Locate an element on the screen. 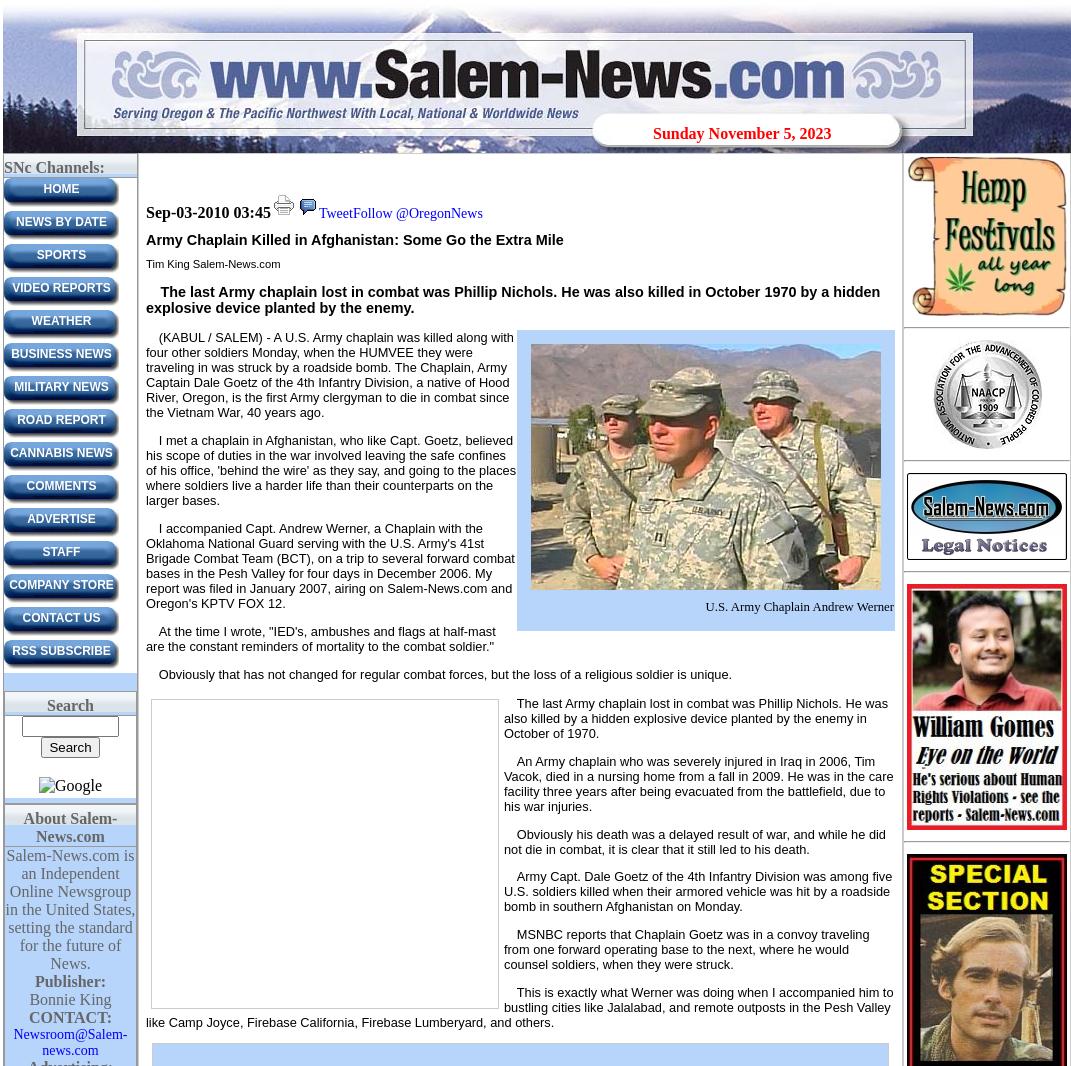 The image size is (1071, 1066). 'RSS Subscribe' is located at coordinates (60, 650).